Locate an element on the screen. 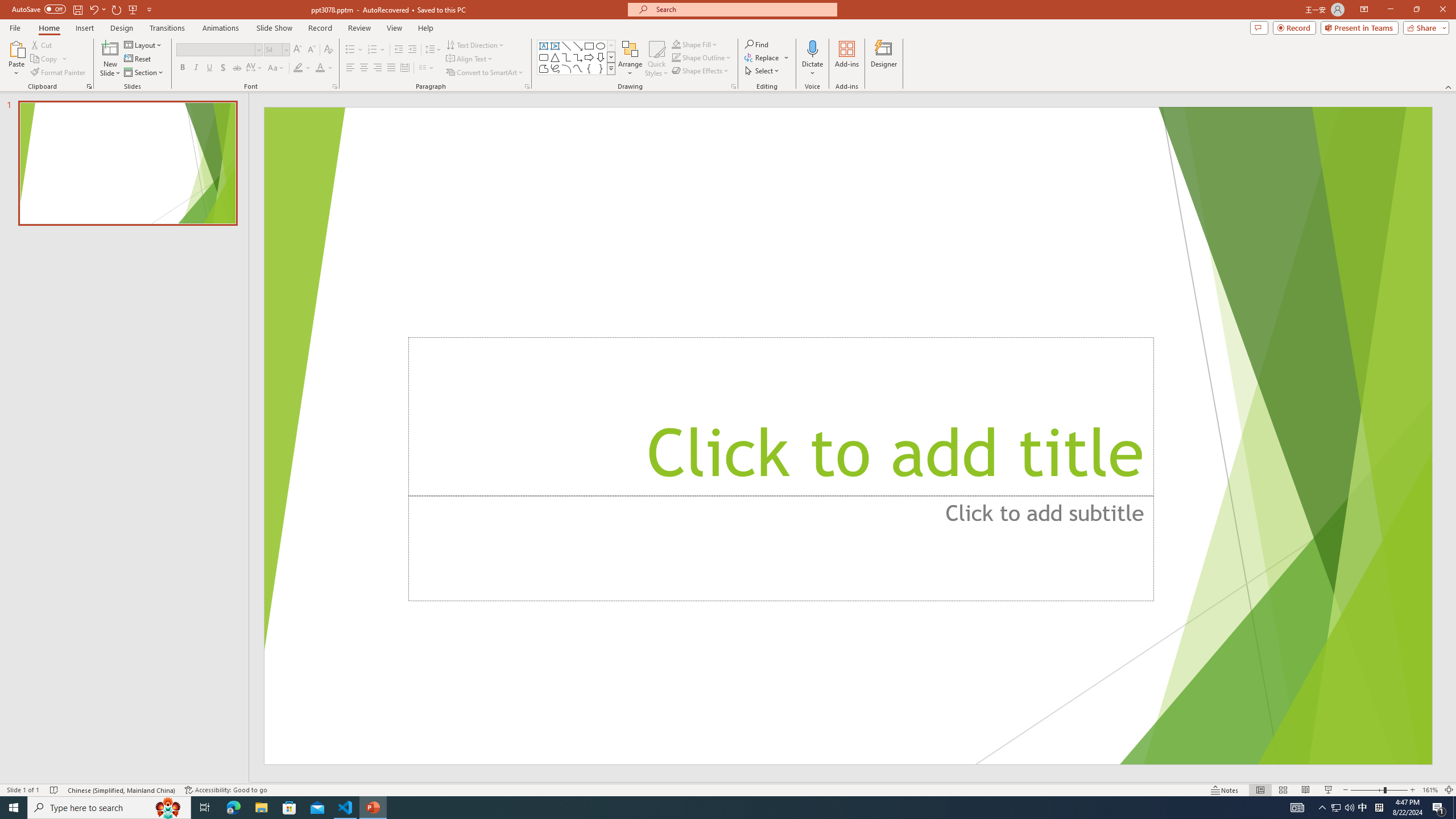 The width and height of the screenshot is (1456, 819). 'Shape Outline Green, Accent 1' is located at coordinates (676, 56).